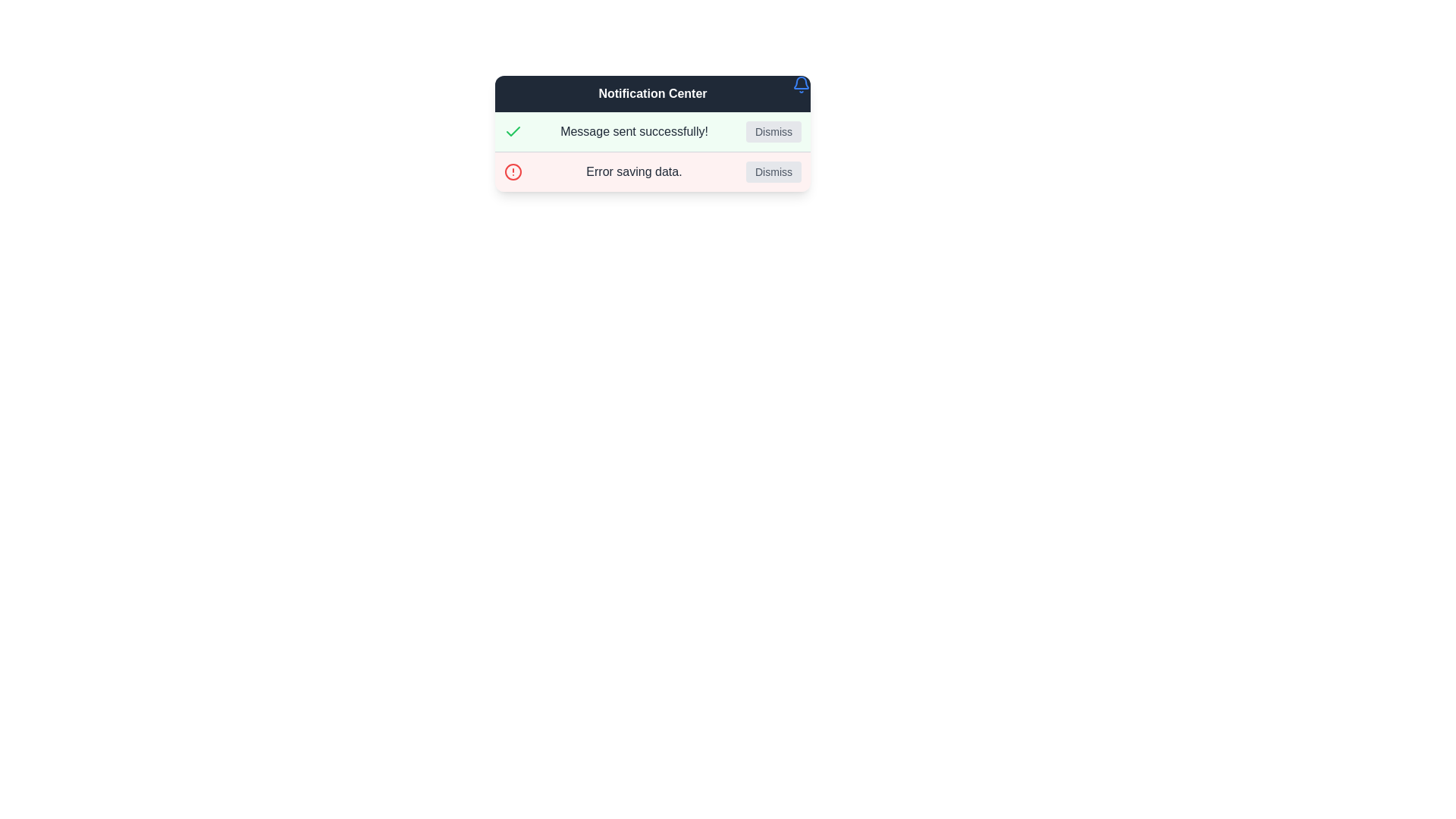 This screenshot has height=819, width=1456. I want to click on the success icon that indicates a successful operation, located to the far left of the message 'Message sent successfully!', so click(513, 130).